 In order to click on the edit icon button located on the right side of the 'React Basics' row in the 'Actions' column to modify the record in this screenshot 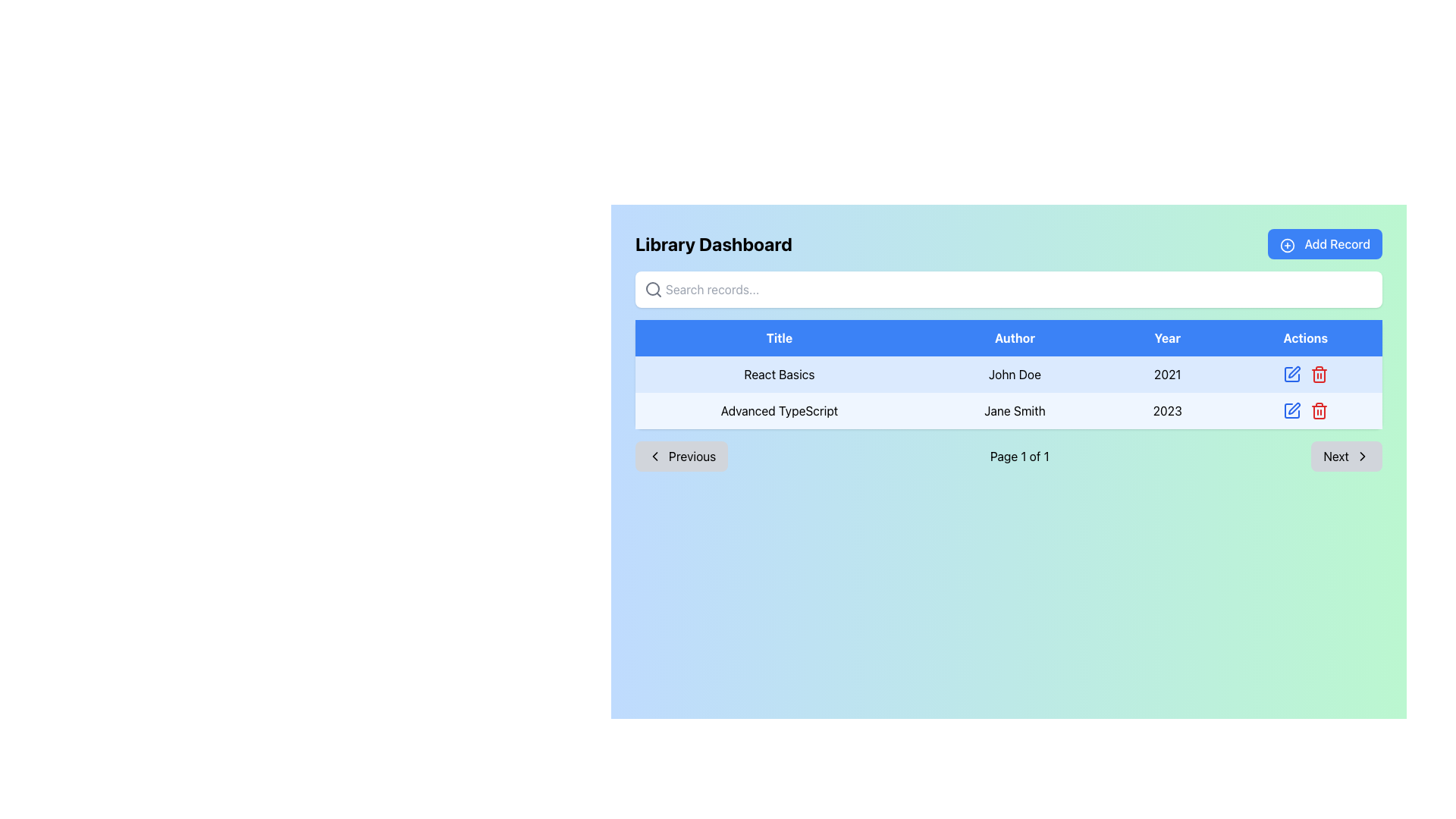, I will do `click(1291, 374)`.